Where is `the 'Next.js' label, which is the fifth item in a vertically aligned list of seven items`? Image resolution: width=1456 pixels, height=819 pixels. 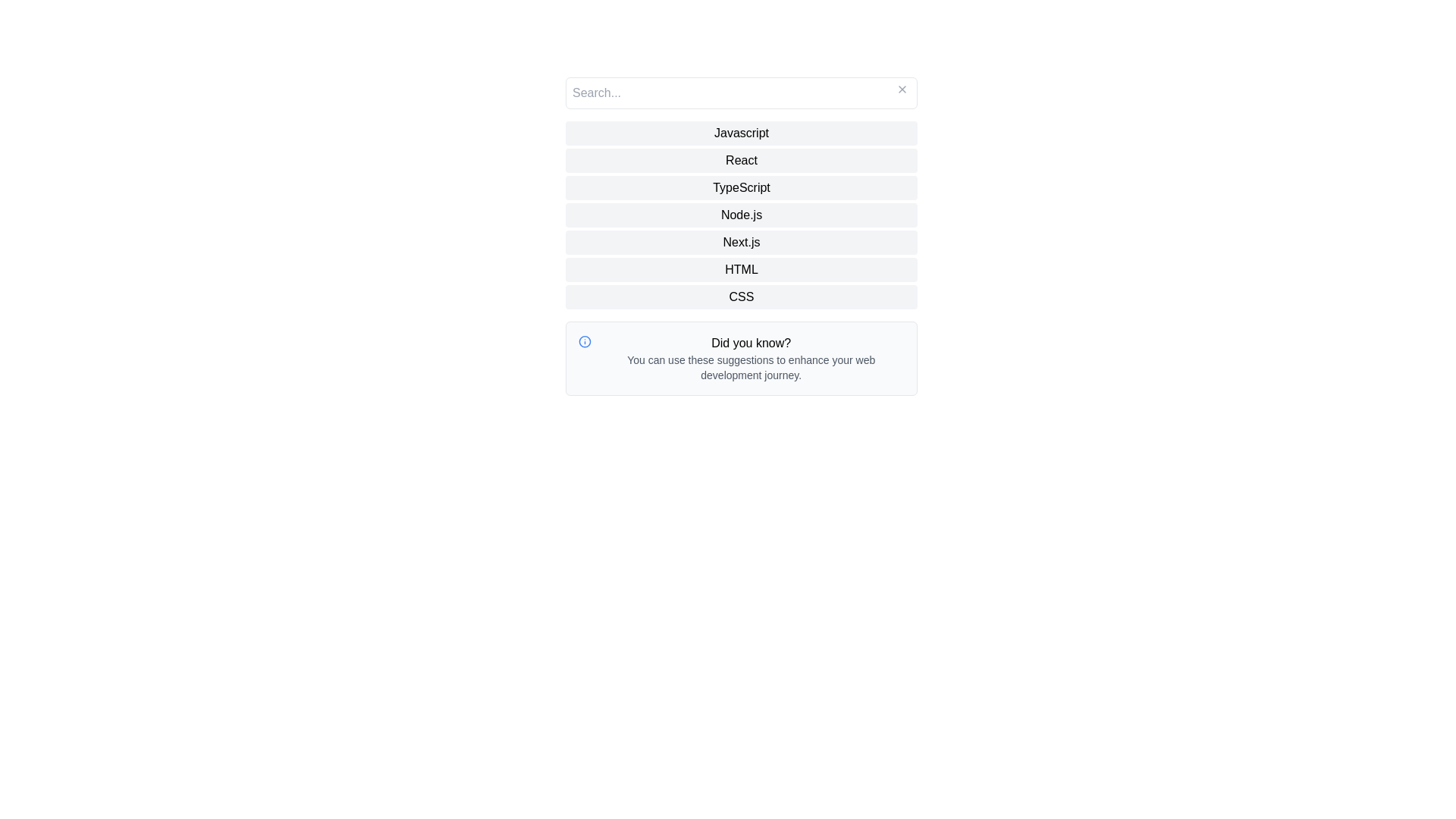 the 'Next.js' label, which is the fifth item in a vertically aligned list of seven items is located at coordinates (742, 242).